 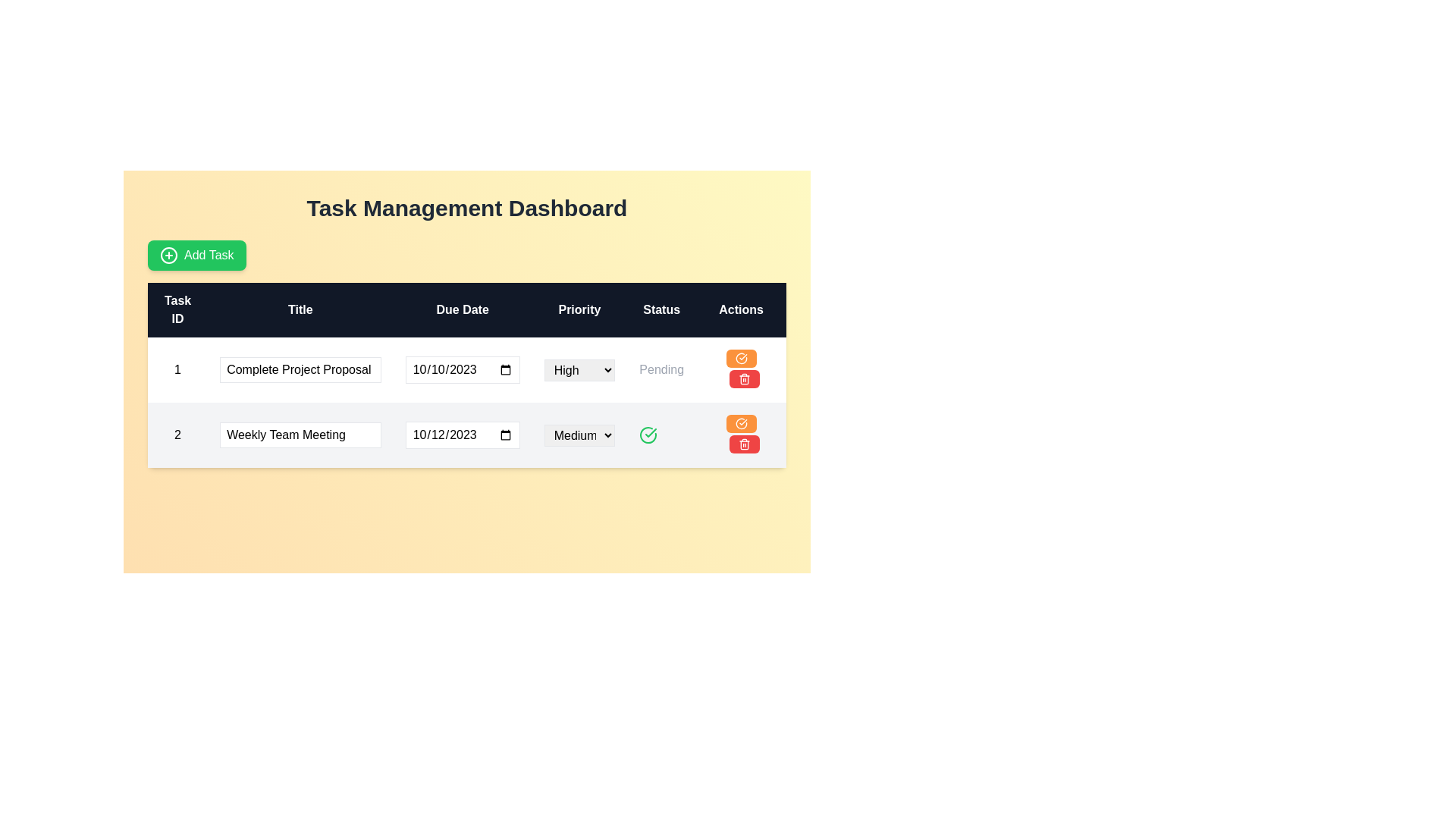 What do you see at coordinates (462, 370) in the screenshot?
I see `the date input field containing '10/10/2023' in the 'Due Date' column of the task list to focus on it` at bounding box center [462, 370].